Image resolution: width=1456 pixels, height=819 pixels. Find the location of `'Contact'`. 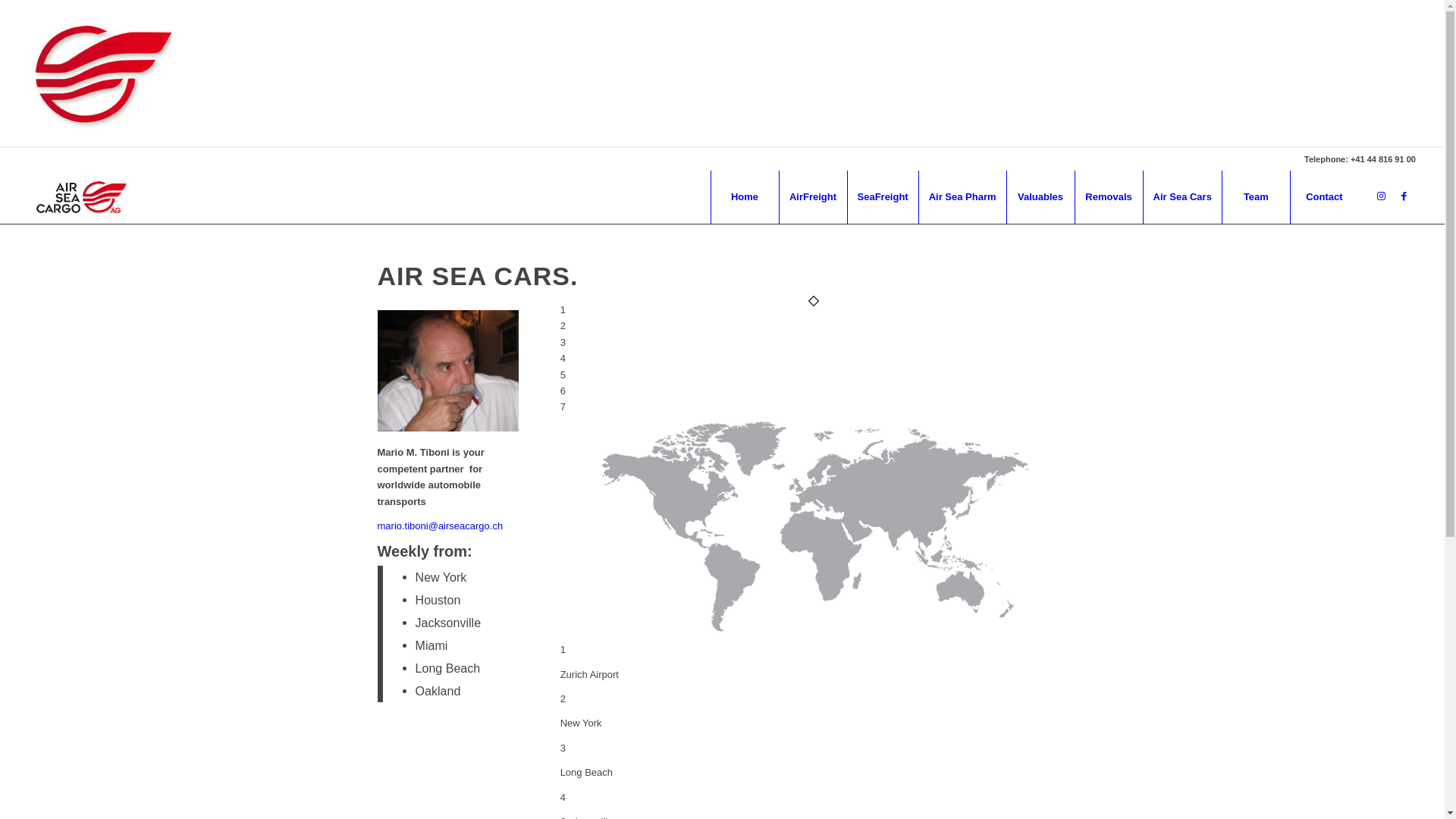

'Contact' is located at coordinates (1323, 196).